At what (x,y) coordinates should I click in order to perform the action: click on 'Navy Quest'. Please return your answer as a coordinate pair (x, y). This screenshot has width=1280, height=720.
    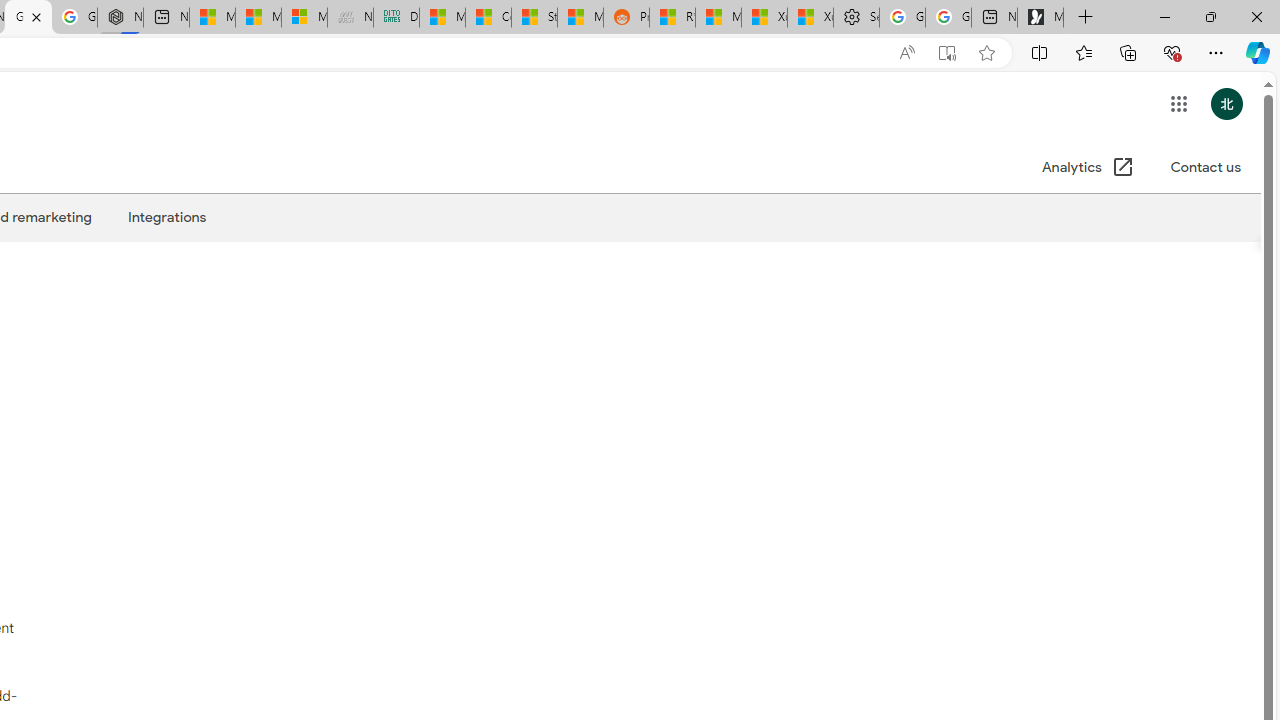
    Looking at the image, I should click on (350, 17).